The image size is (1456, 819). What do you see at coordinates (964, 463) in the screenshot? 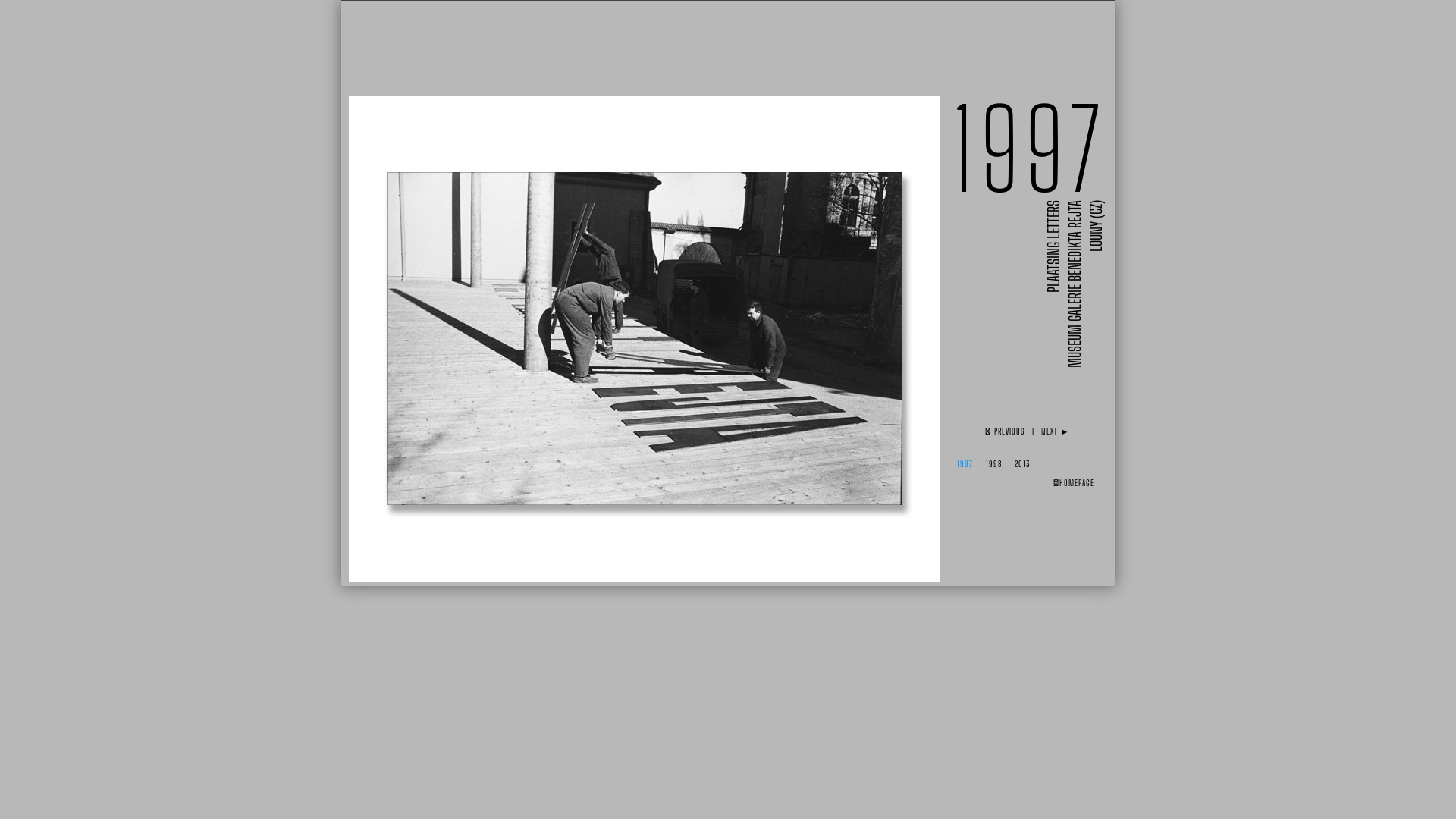
I see `'1997'` at bounding box center [964, 463].